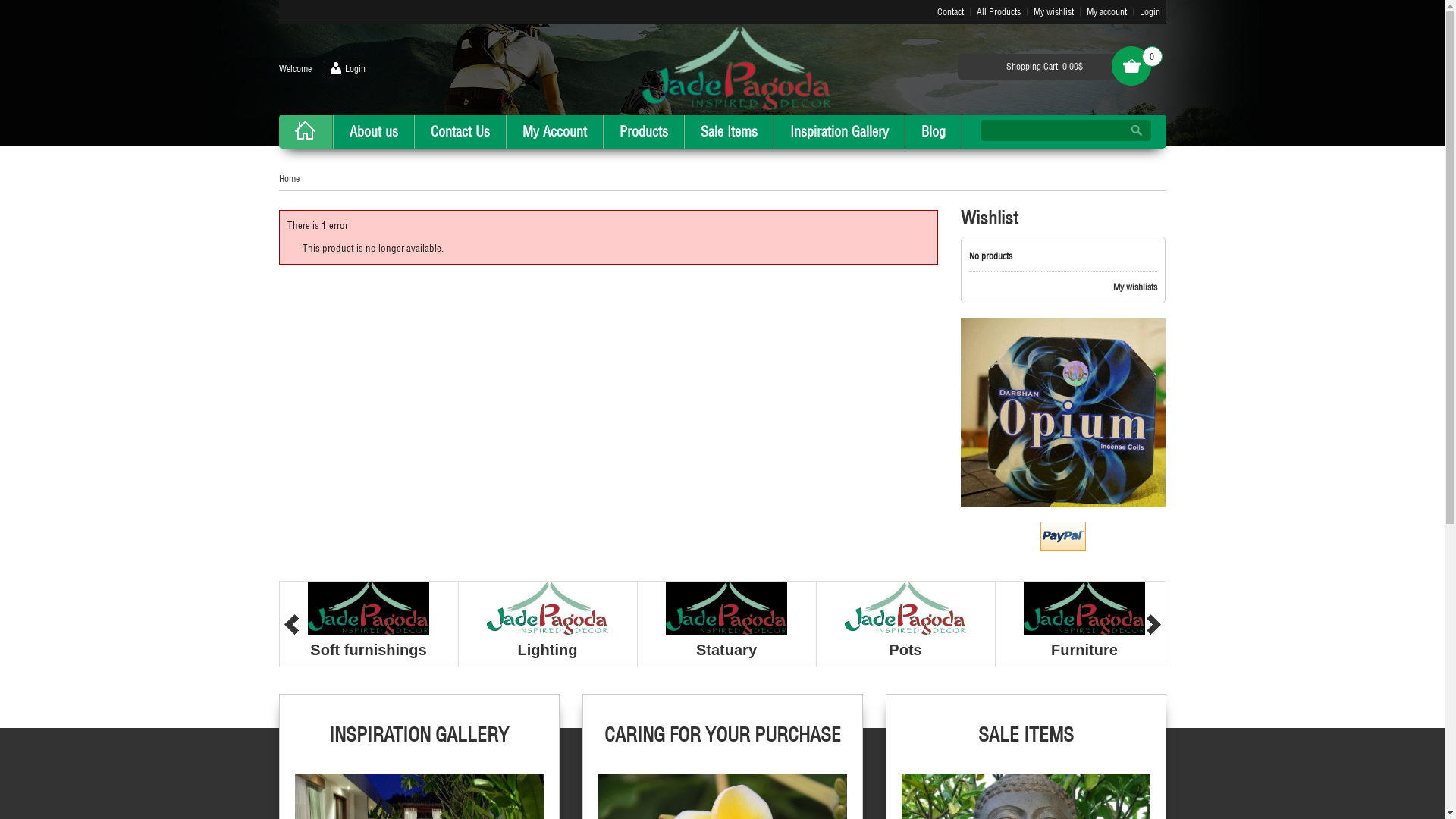  What do you see at coordinates (289, 177) in the screenshot?
I see `'Home'` at bounding box center [289, 177].